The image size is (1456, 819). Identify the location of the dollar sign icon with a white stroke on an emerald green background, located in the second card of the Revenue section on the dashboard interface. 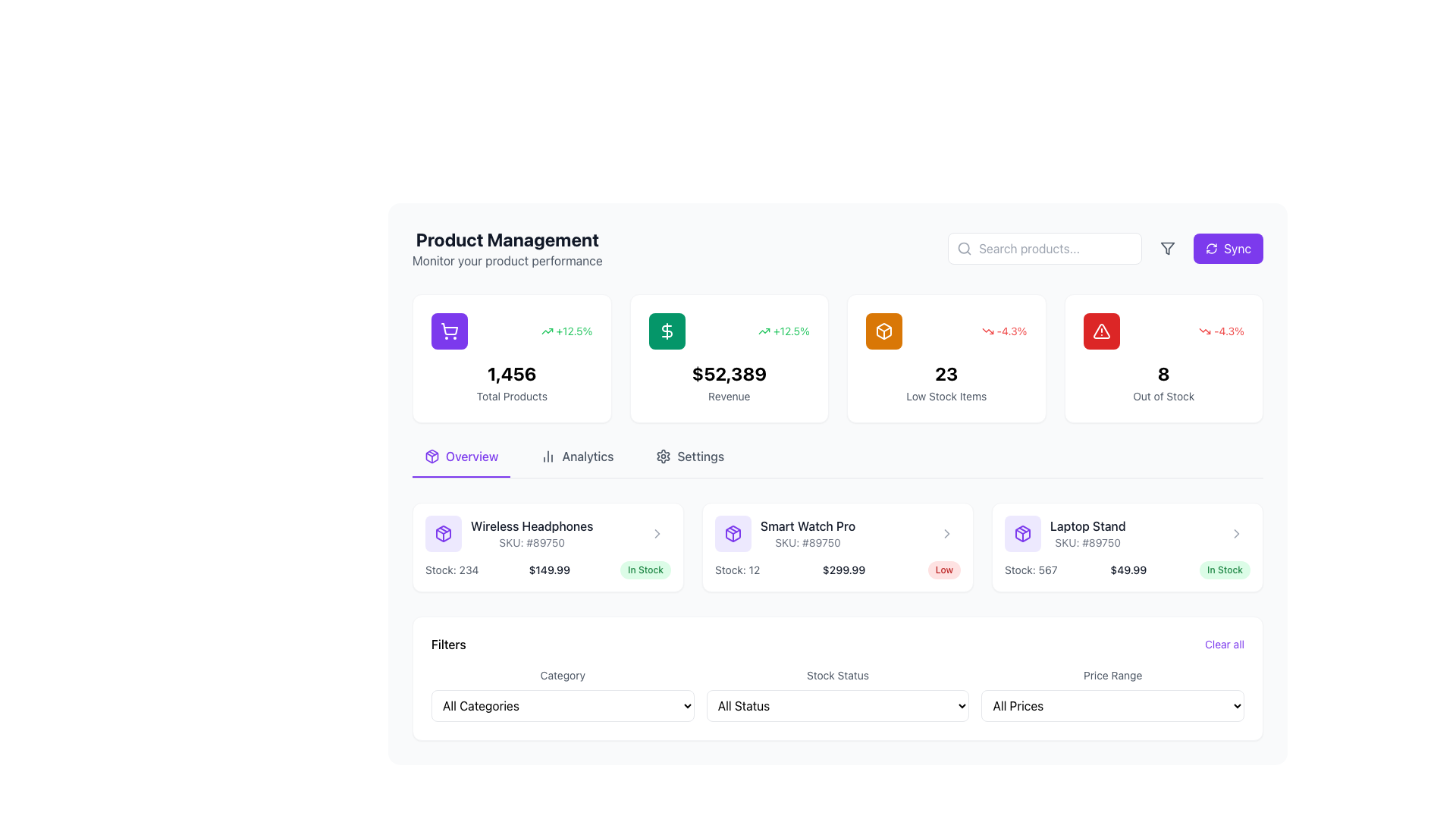
(667, 330).